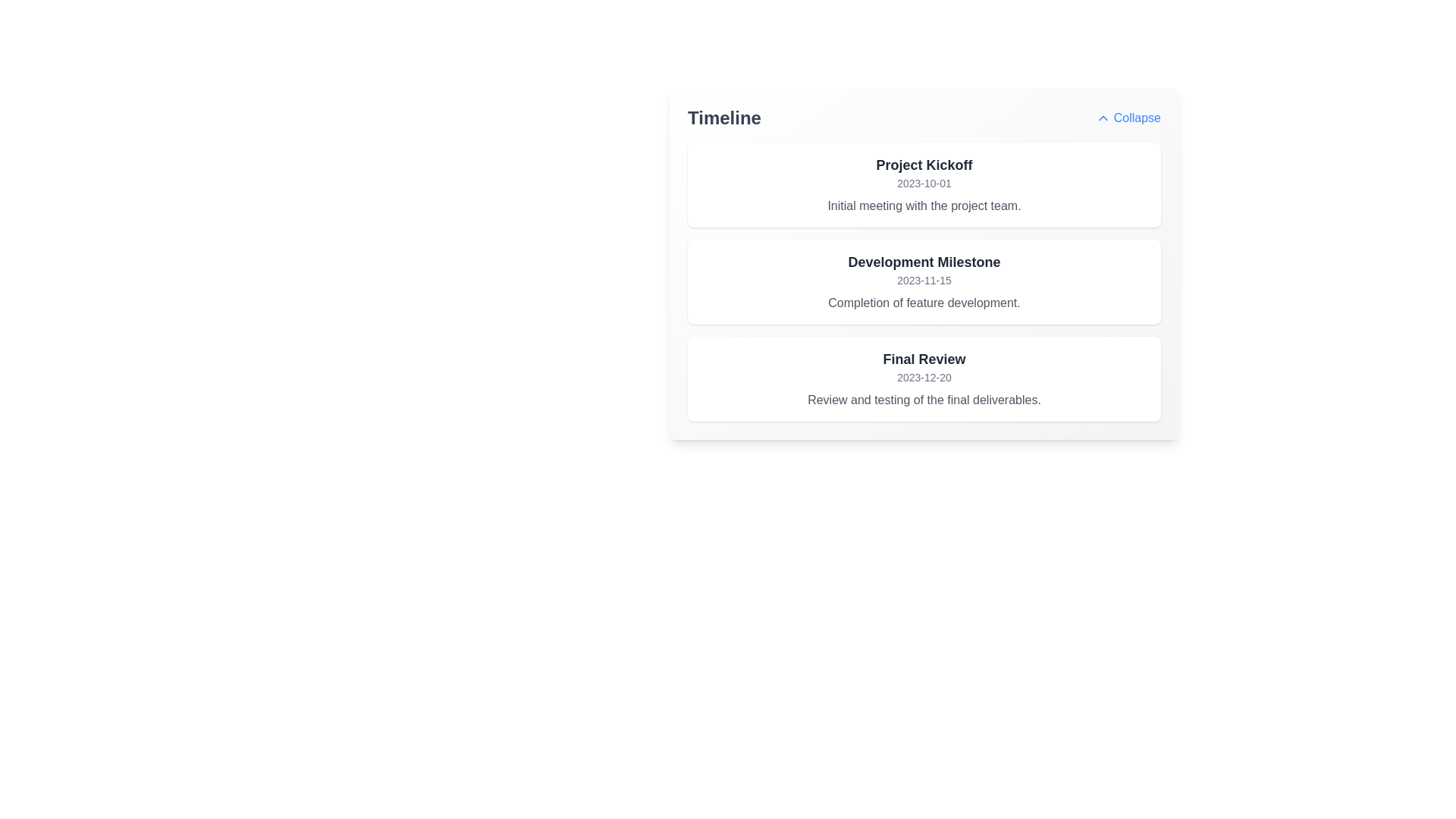 This screenshot has width=1456, height=819. Describe the element at coordinates (924, 400) in the screenshot. I see `the text block displaying 'Review and testing of the final deliverables.' styled in gray color, located within a white background card at the bottom of a timeline interface` at that location.